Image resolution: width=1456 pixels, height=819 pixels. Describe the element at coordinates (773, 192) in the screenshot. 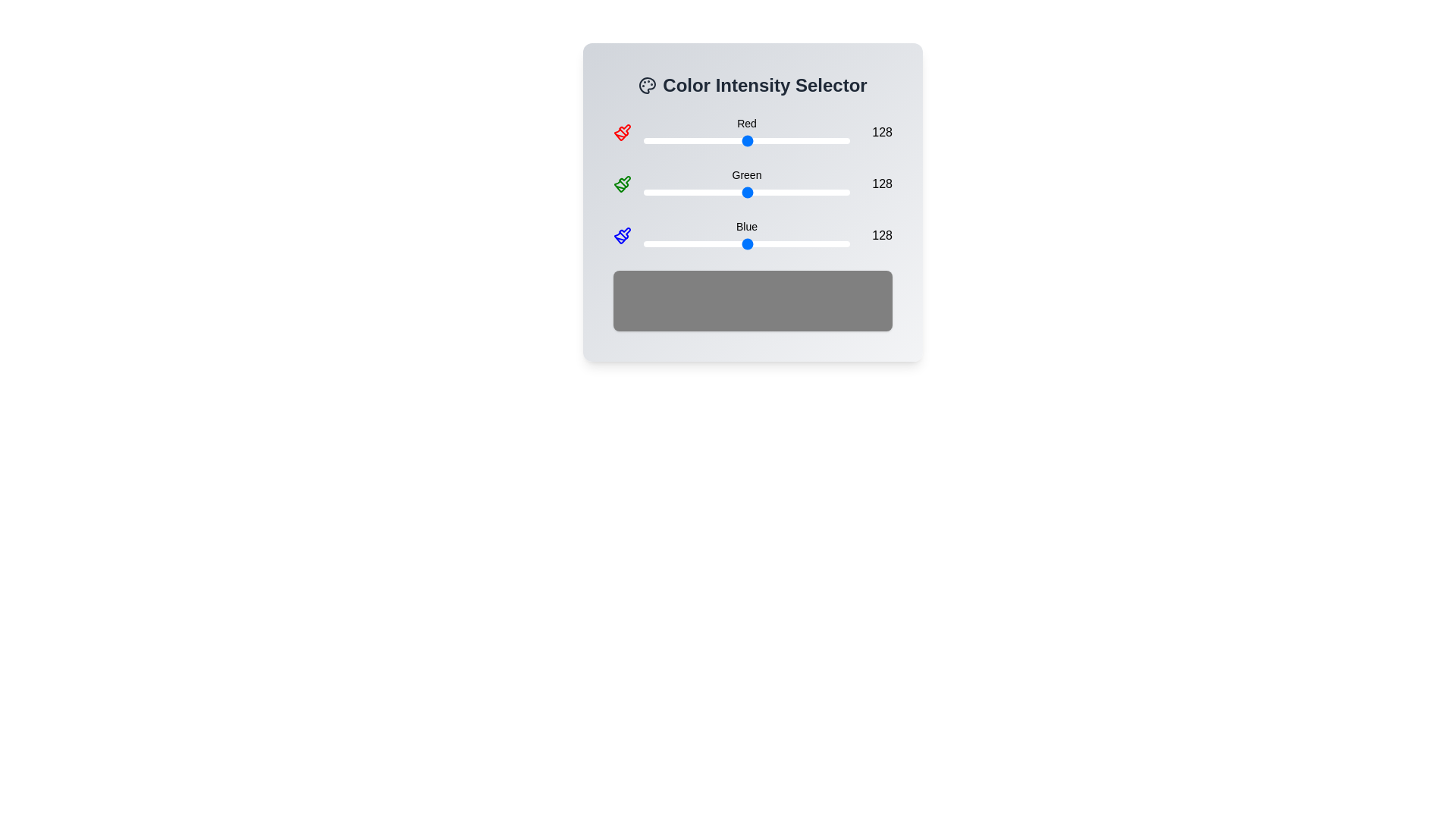

I see `the green color intensity` at that location.